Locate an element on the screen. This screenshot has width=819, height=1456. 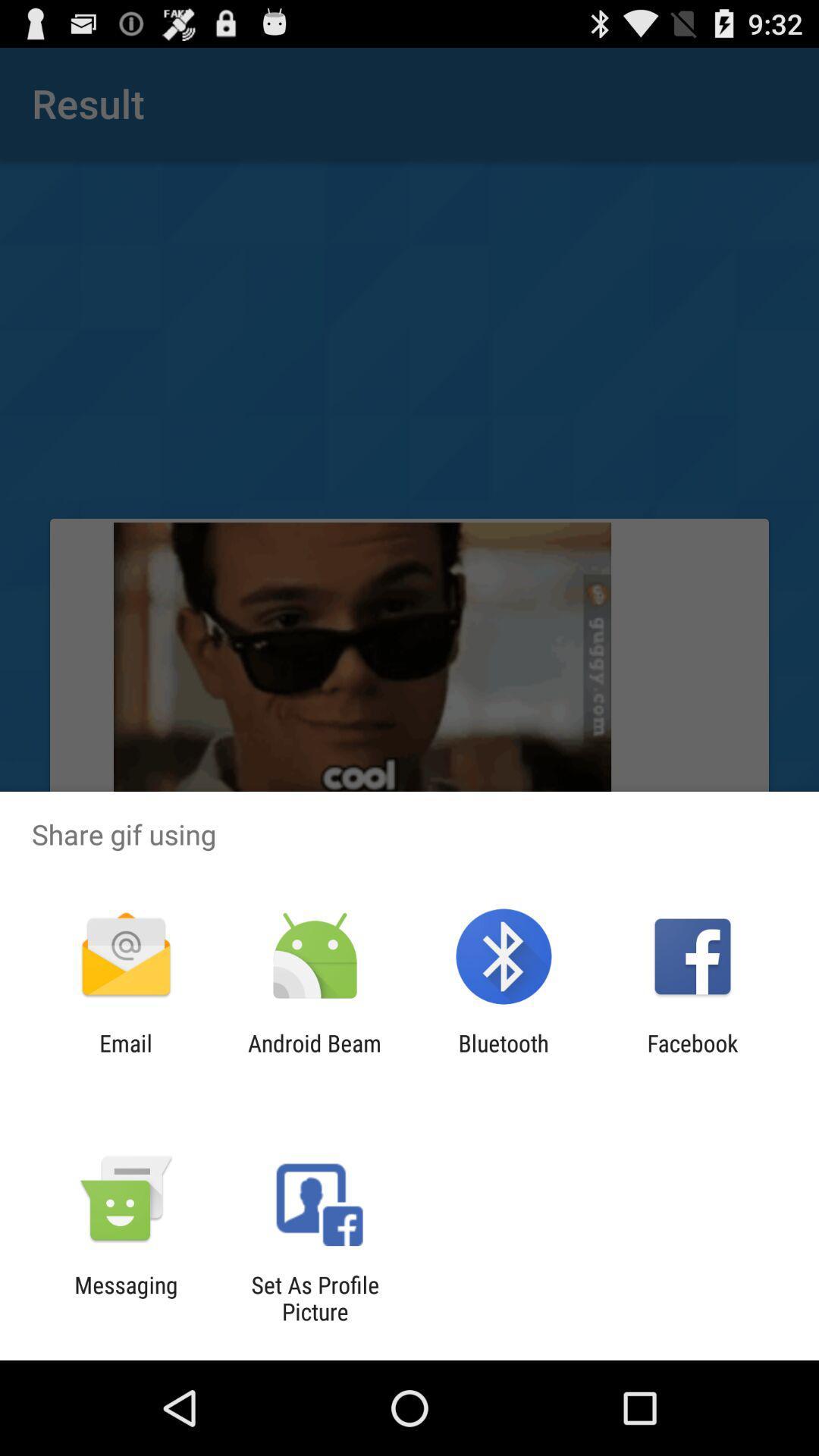
app next to the android beam item is located at coordinates (504, 1056).